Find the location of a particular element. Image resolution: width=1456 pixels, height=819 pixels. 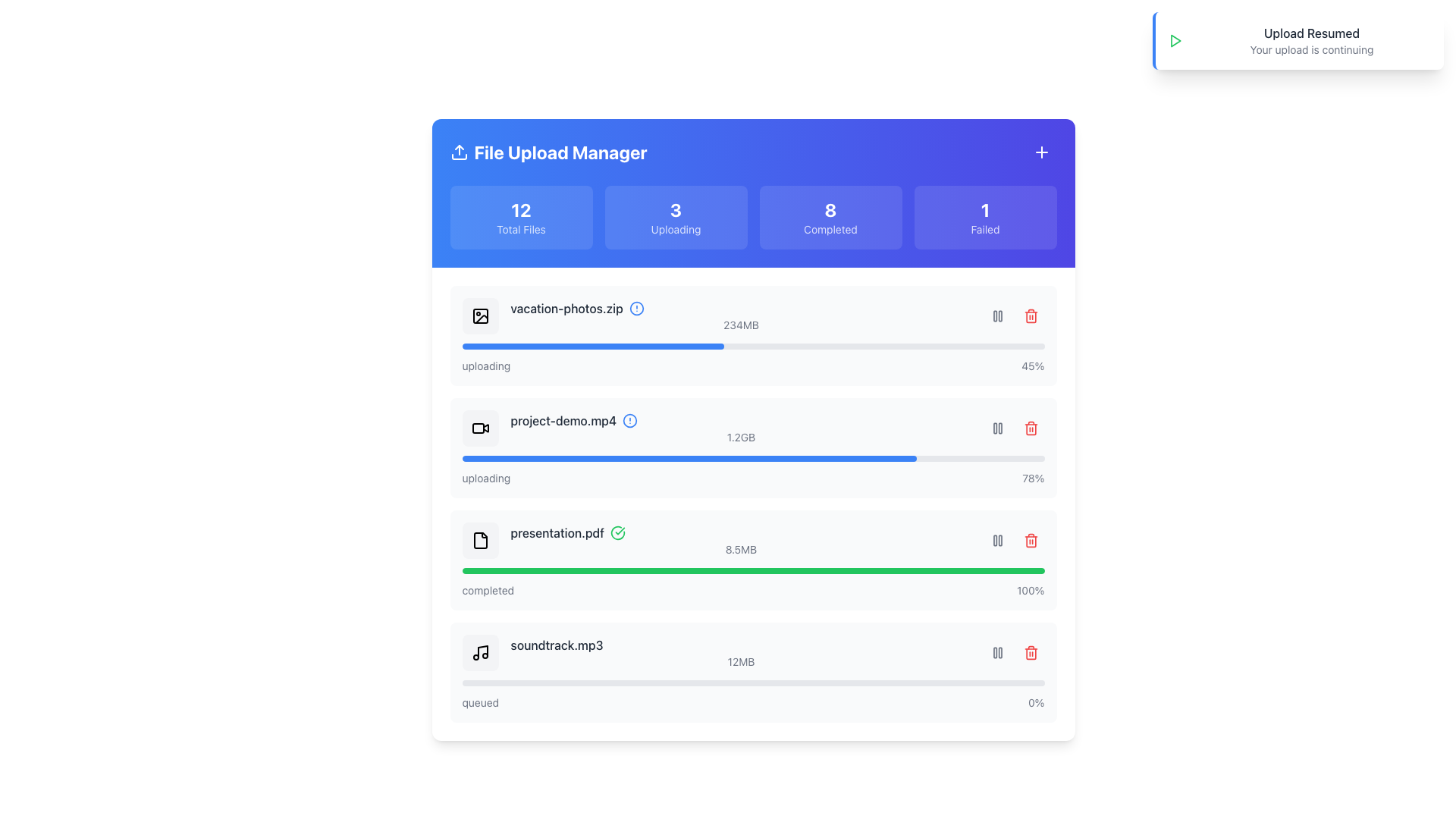

the progress bar element that indicates a completed status, styled with a light gray background and a bright green foreground line, located under the 'presentation.pdf 8.5MB completed 100%' section, specifically the third progress bar from the top is located at coordinates (753, 570).